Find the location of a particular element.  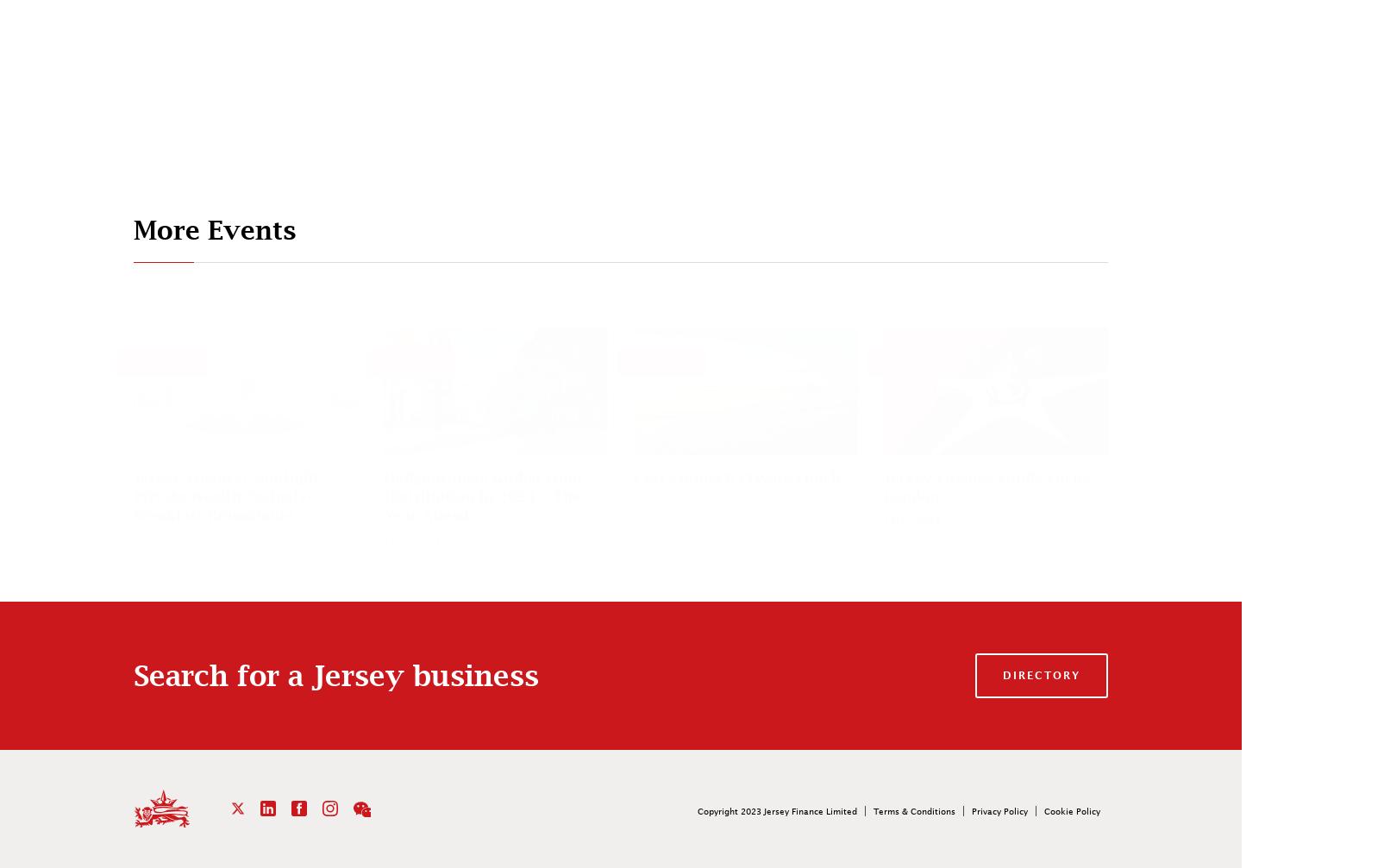

'Cookie Policy' is located at coordinates (1072, 810).